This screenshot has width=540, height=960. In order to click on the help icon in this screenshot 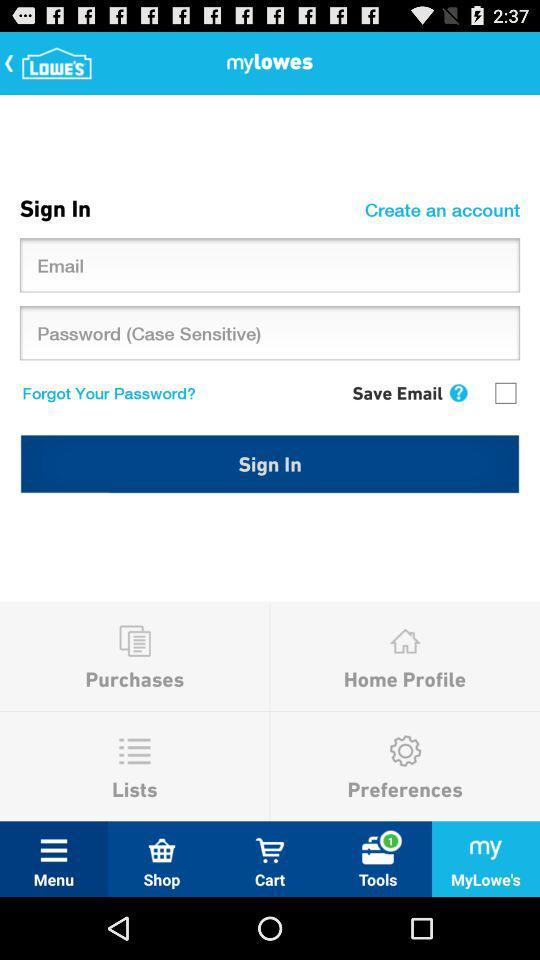, I will do `click(458, 419)`.